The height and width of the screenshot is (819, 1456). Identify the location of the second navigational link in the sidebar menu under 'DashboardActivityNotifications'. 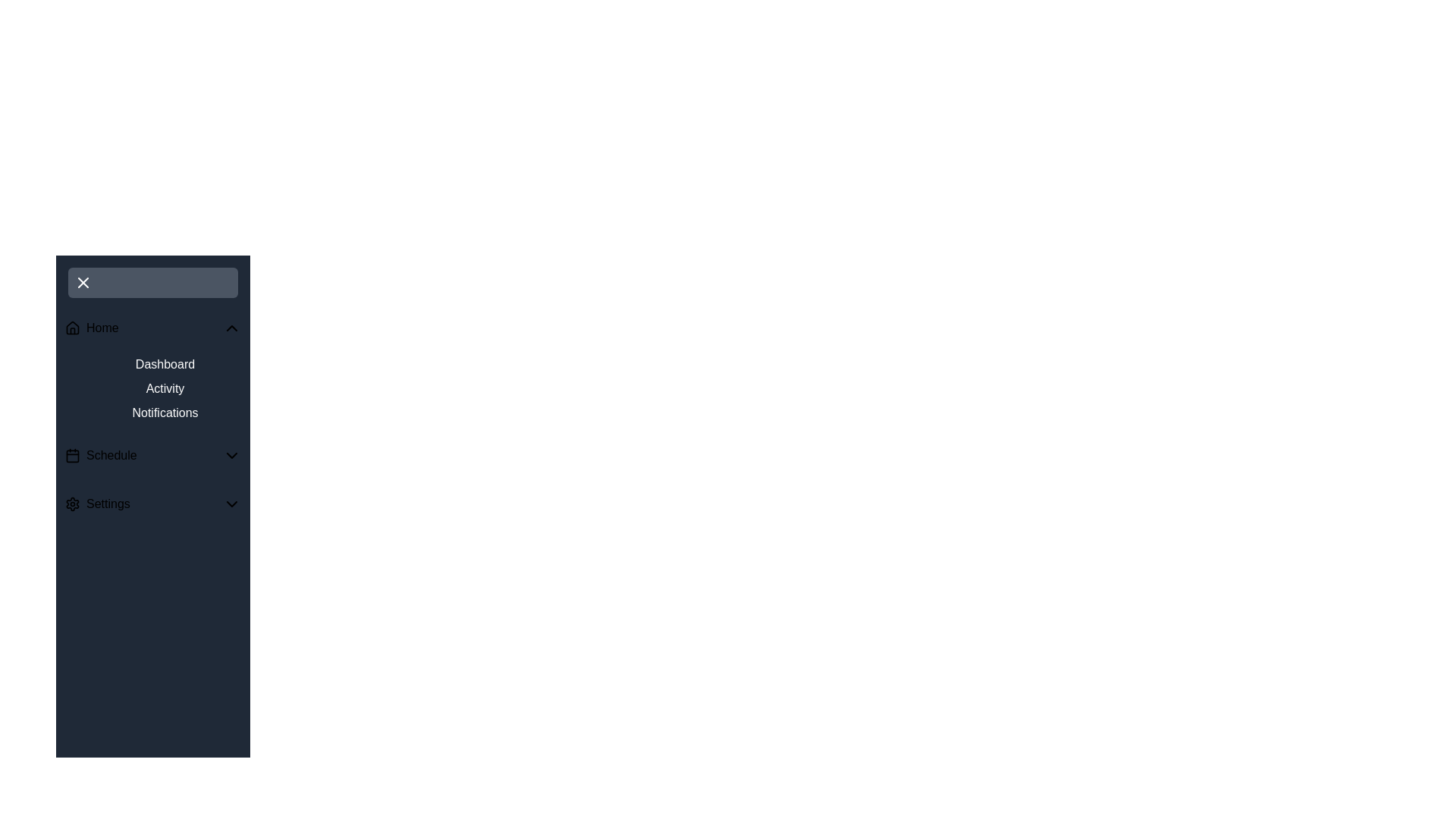
(165, 388).